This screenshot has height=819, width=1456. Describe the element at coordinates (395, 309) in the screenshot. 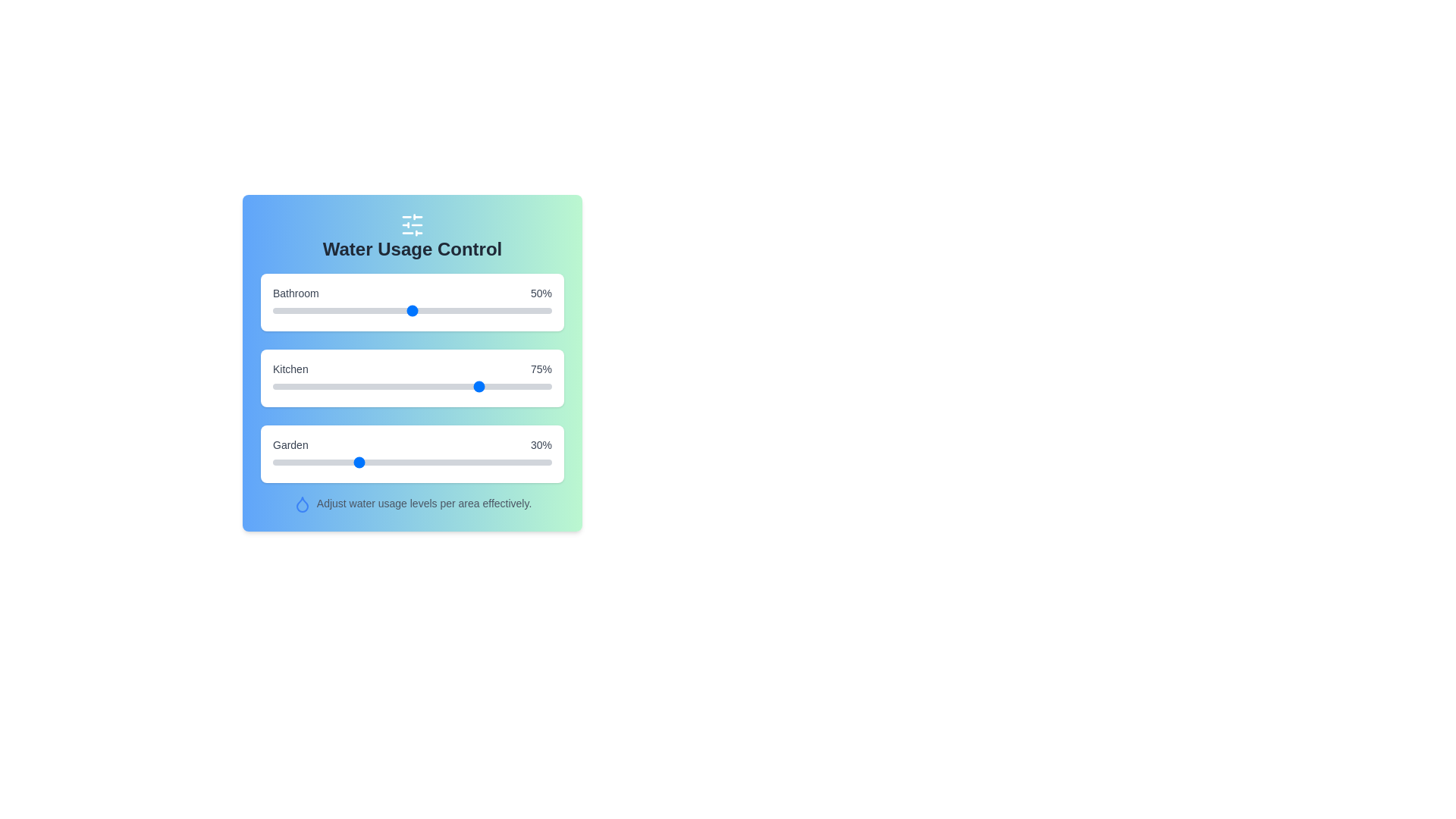

I see `the Bathroom usage slider to 44%` at that location.